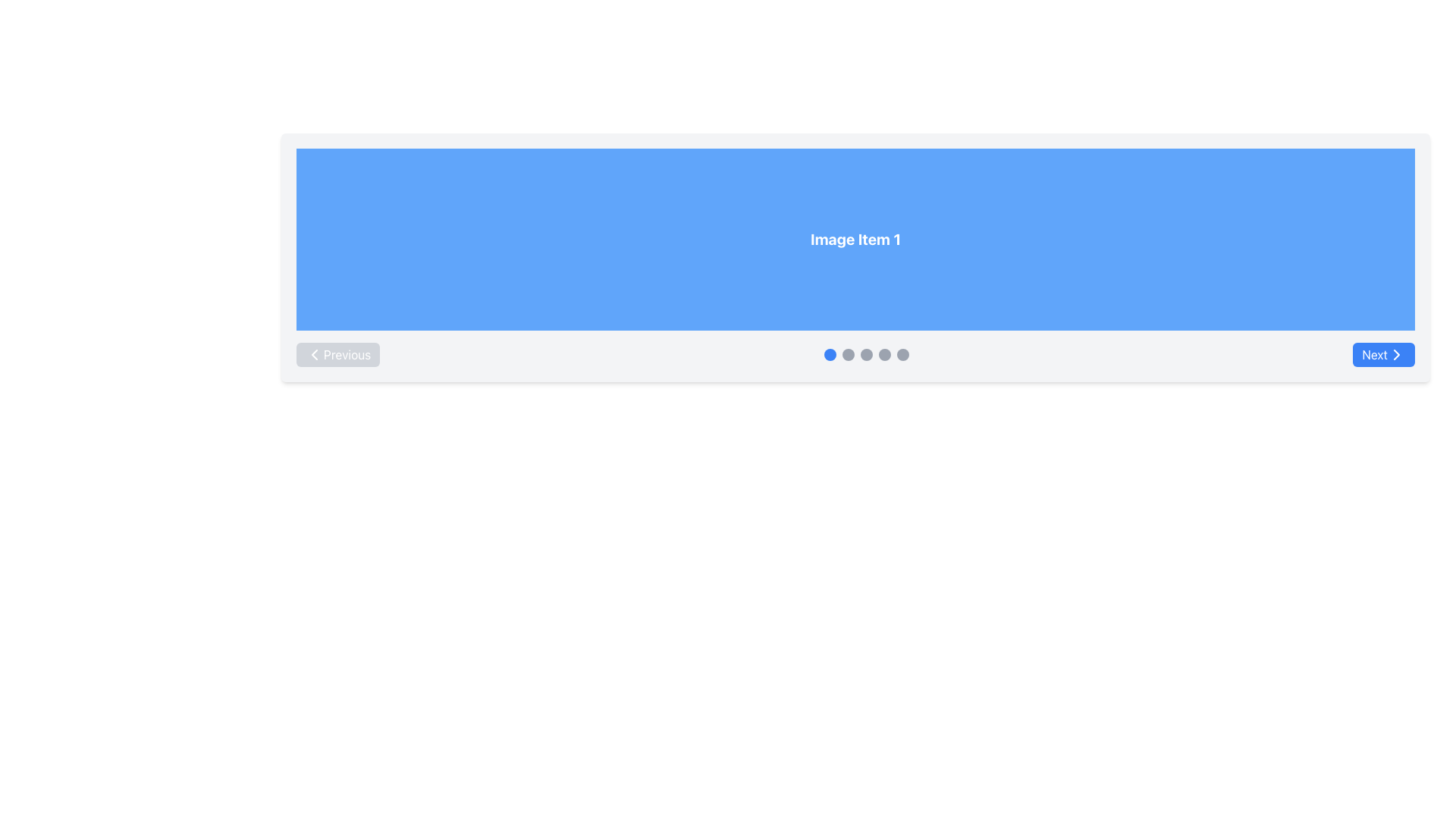 The width and height of the screenshot is (1456, 819). What do you see at coordinates (902, 354) in the screenshot?
I see `the fifth circular indicator (carousel dot) with a gray background` at bounding box center [902, 354].